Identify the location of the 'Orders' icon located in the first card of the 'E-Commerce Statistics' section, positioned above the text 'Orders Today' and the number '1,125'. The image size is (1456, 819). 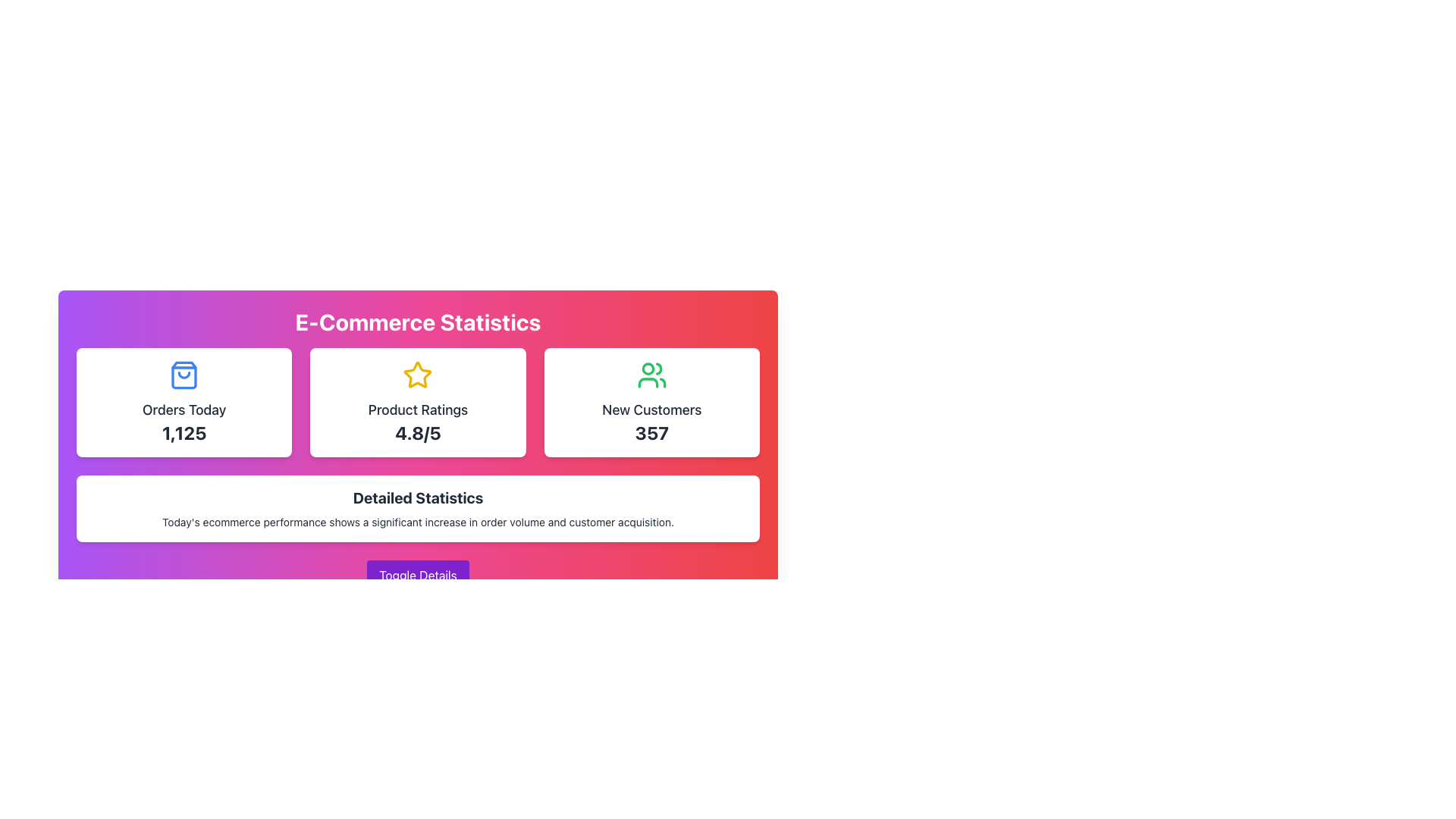
(184, 375).